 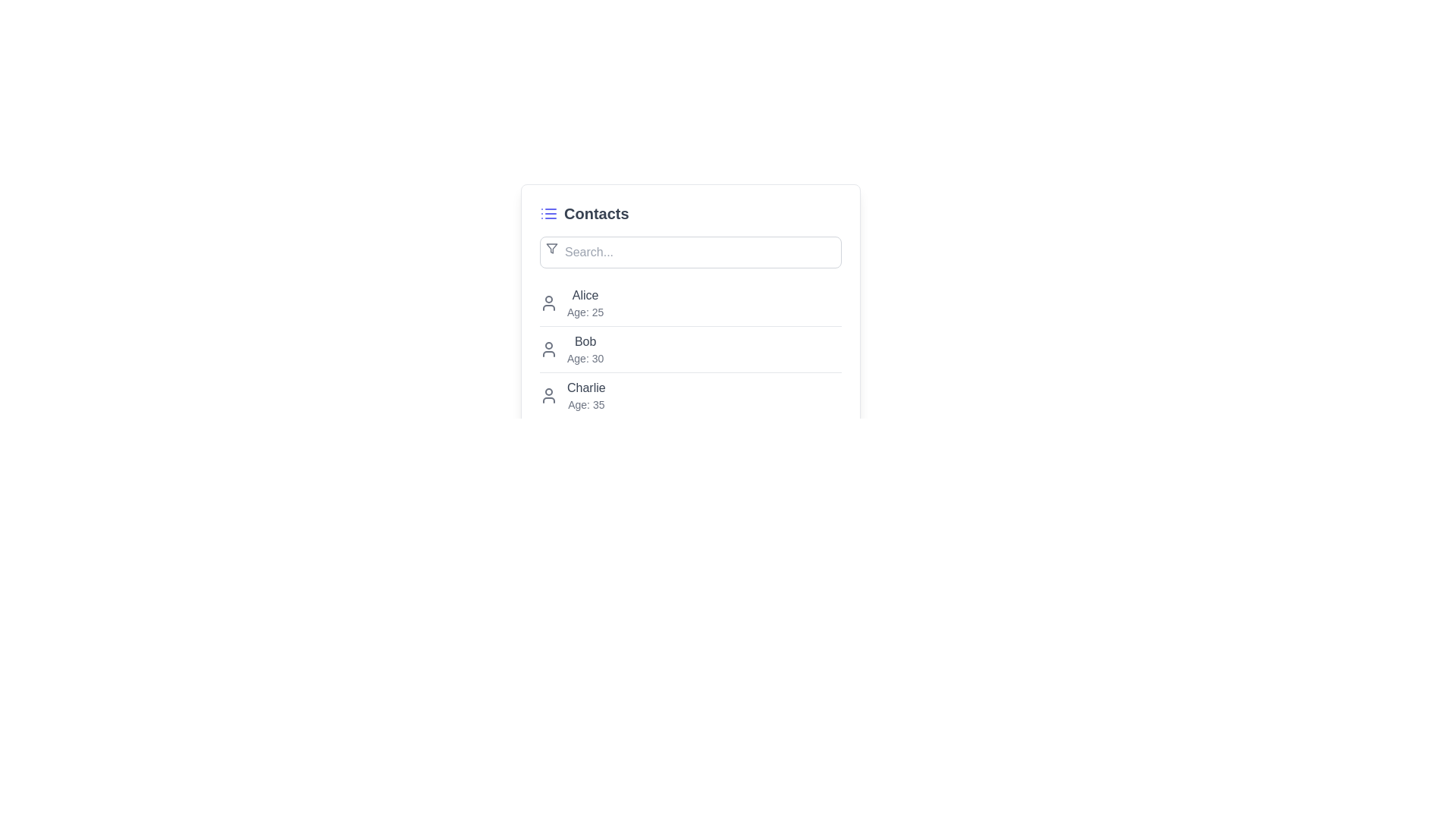 I want to click on the 'Contacts' text label, which is displayed in a bold, large font and is dark gray in color, located centrally in the upper-left part of the layout, right after an adjacent icon, so click(x=595, y=213).